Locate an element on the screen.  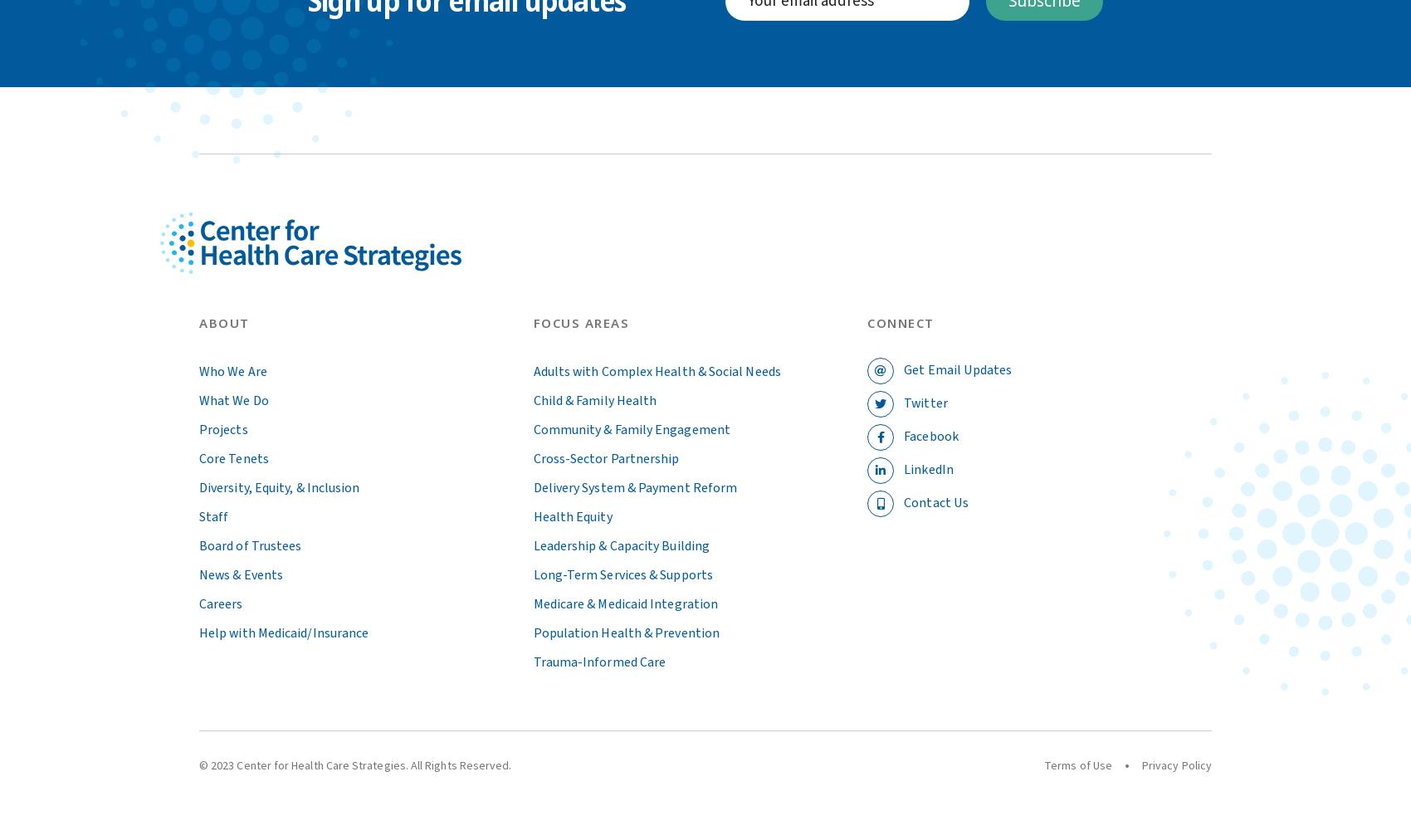
'Delivery System & Payment Reform' is located at coordinates (532, 486).